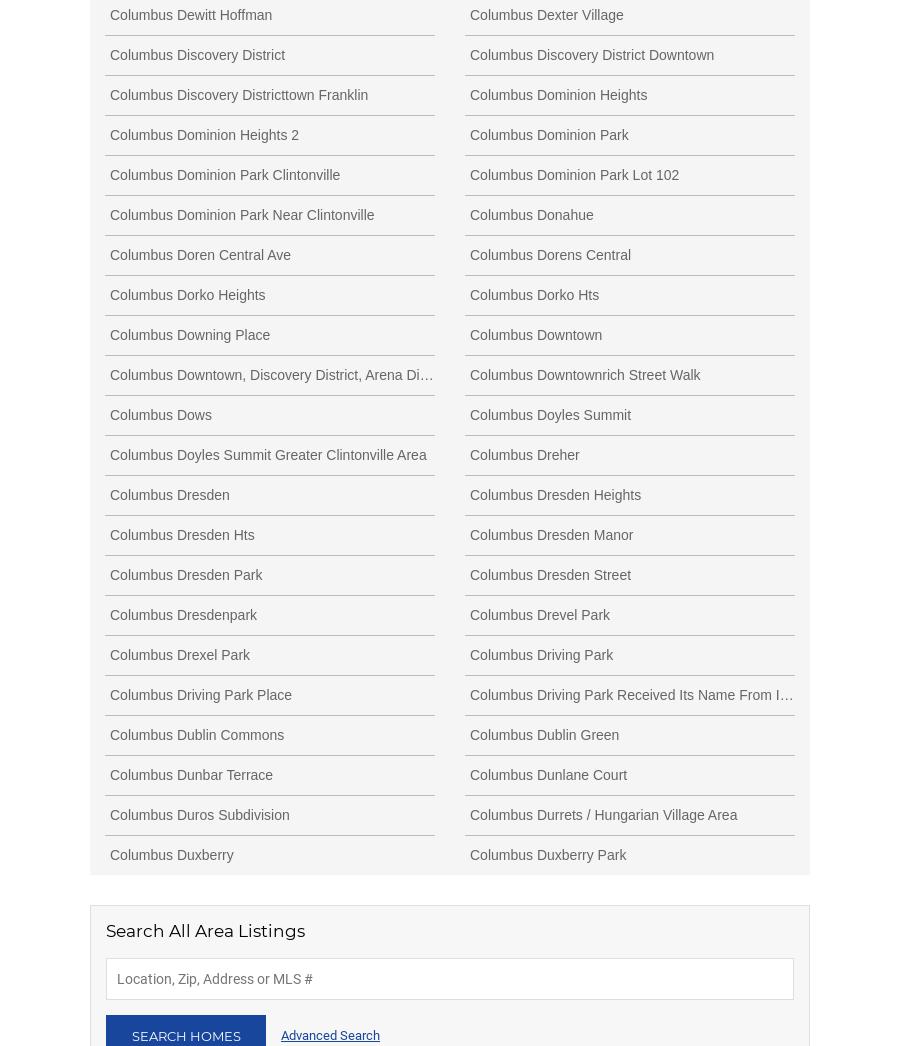 This screenshot has width=900, height=1046. What do you see at coordinates (468, 532) in the screenshot?
I see `'Columbus Dresden Manor'` at bounding box center [468, 532].